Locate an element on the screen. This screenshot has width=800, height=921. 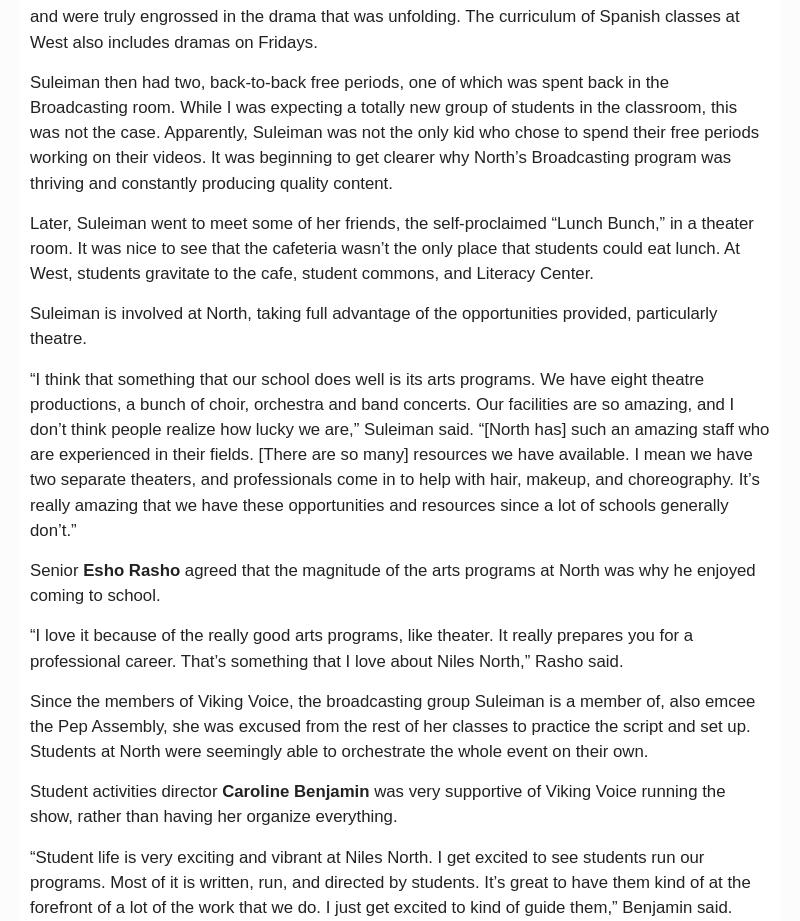
'Later, Suleiman went to meet some of her friends, the self-proclaimed “Lunch Bunch,” in a theater room. It was nice to see that the cafeteria wasn’t the only place that students could eat lunch. At West, students gravitate to the cafe, student commons, and Literacy Center.' is located at coordinates (390, 247).